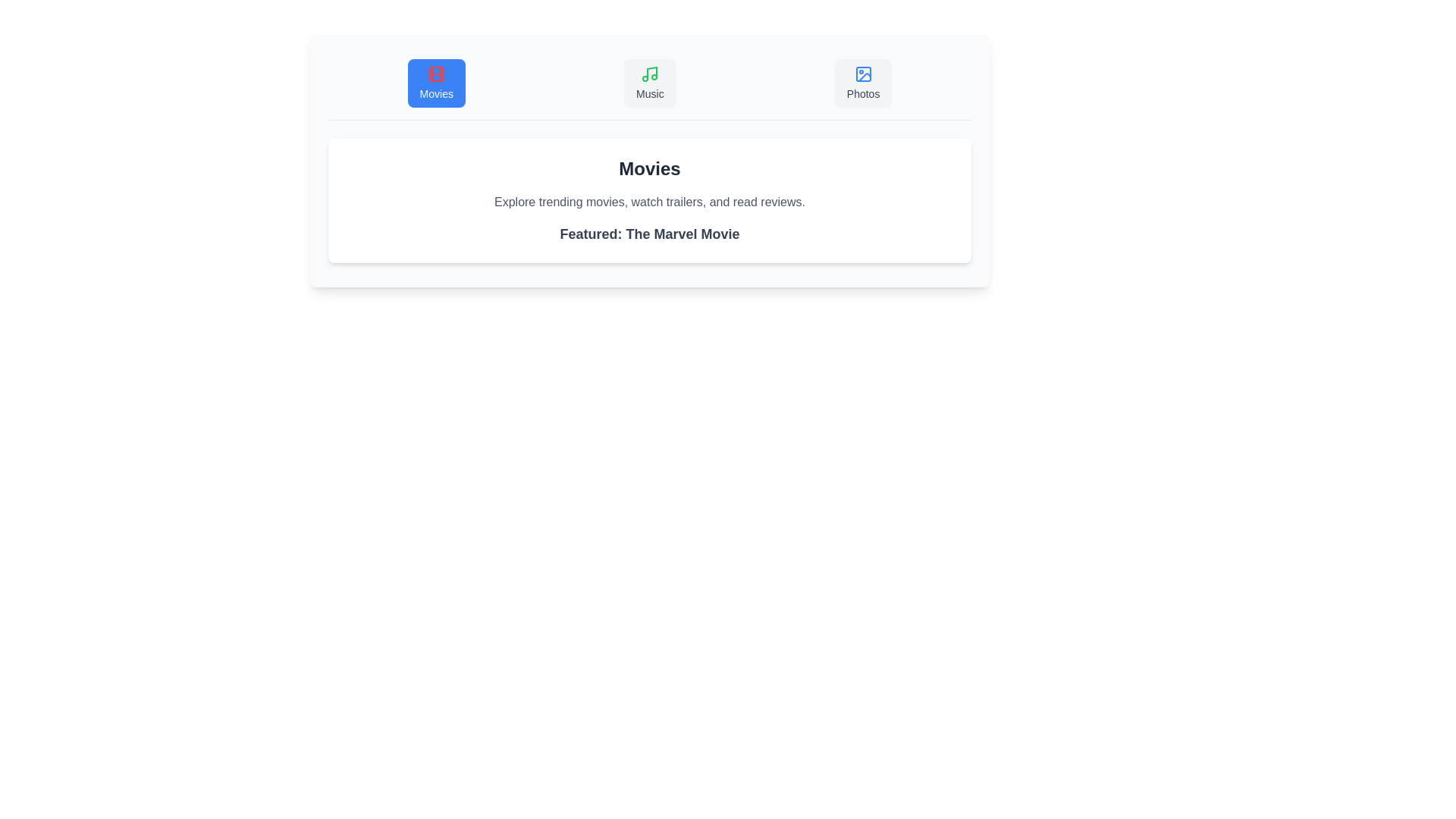 Image resolution: width=1456 pixels, height=819 pixels. What do you see at coordinates (863, 83) in the screenshot?
I see `the Photos tab by clicking on its button` at bounding box center [863, 83].